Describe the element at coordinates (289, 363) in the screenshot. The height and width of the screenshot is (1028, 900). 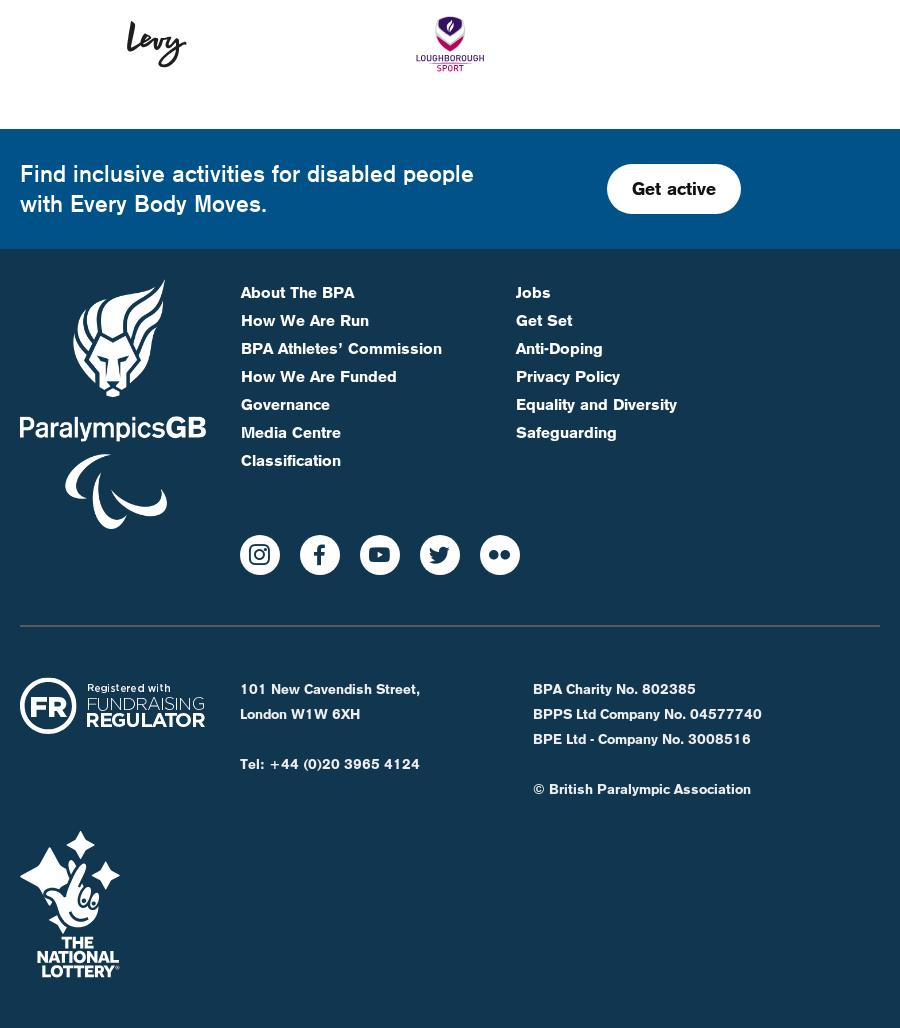
I see `'Media Centre'` at that location.